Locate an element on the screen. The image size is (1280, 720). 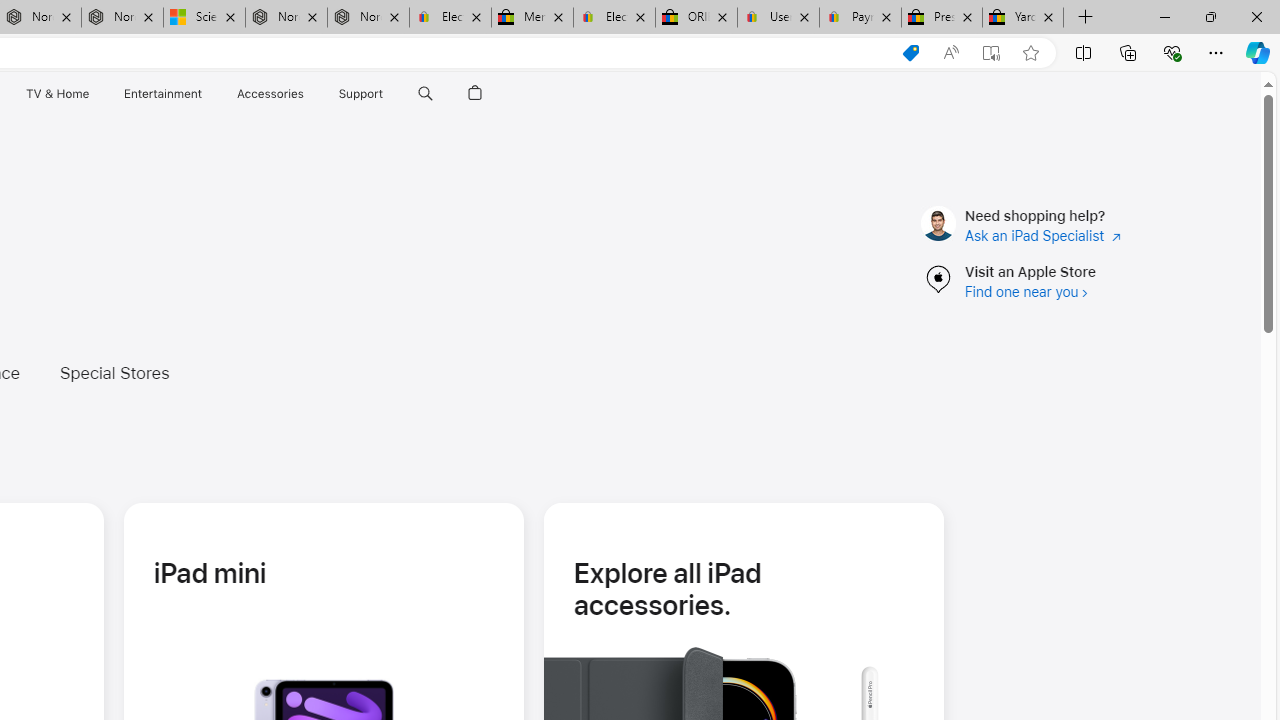
'Accessories menu' is located at coordinates (306, 93).